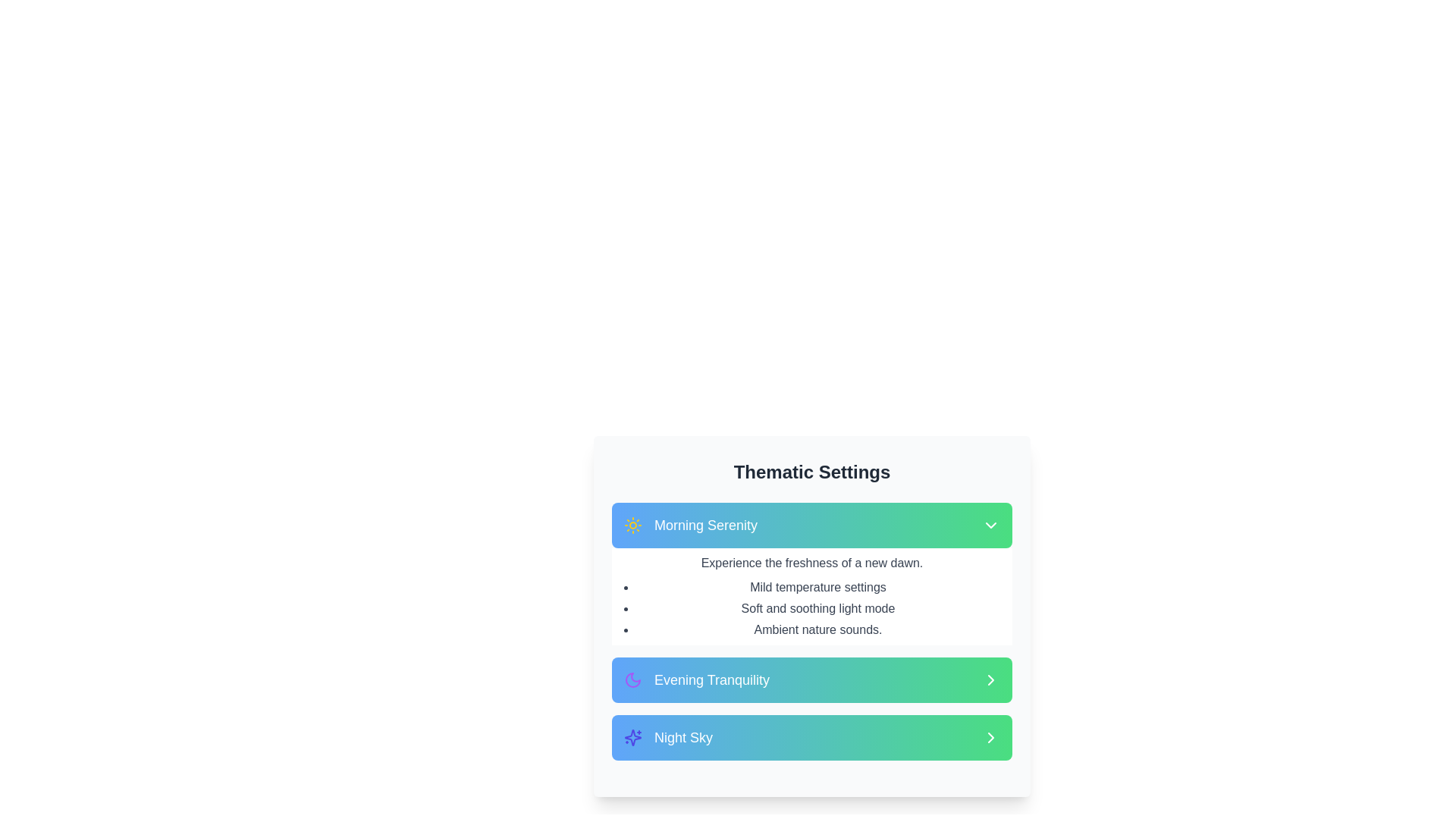  I want to click on text content of the Information display section for 'Morning Serenity', which is the first entry in the collapsible header within the 'Thematic Settings' section, so click(811, 573).